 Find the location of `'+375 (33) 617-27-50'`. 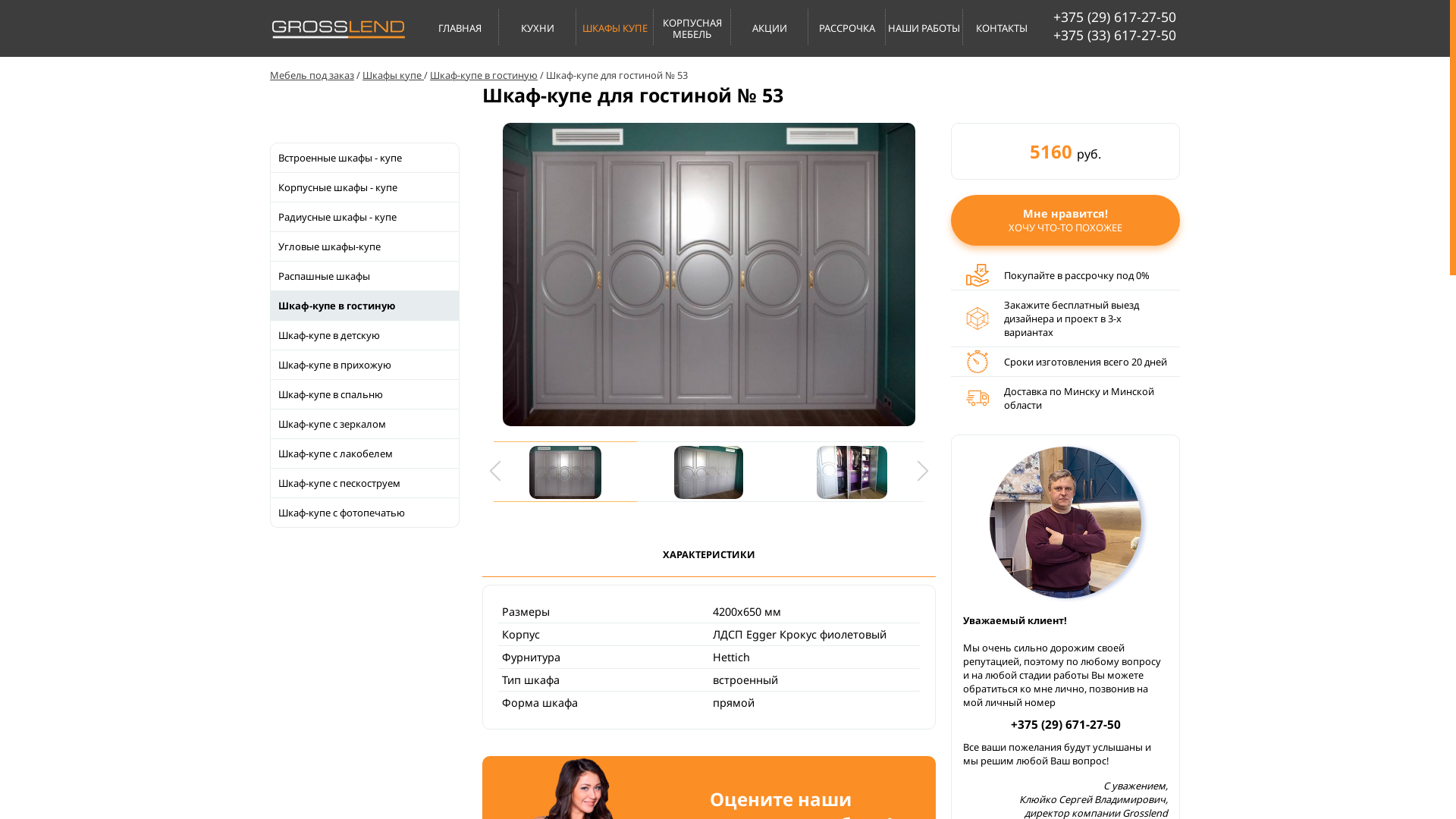

'+375 (33) 617-27-50' is located at coordinates (1114, 34).